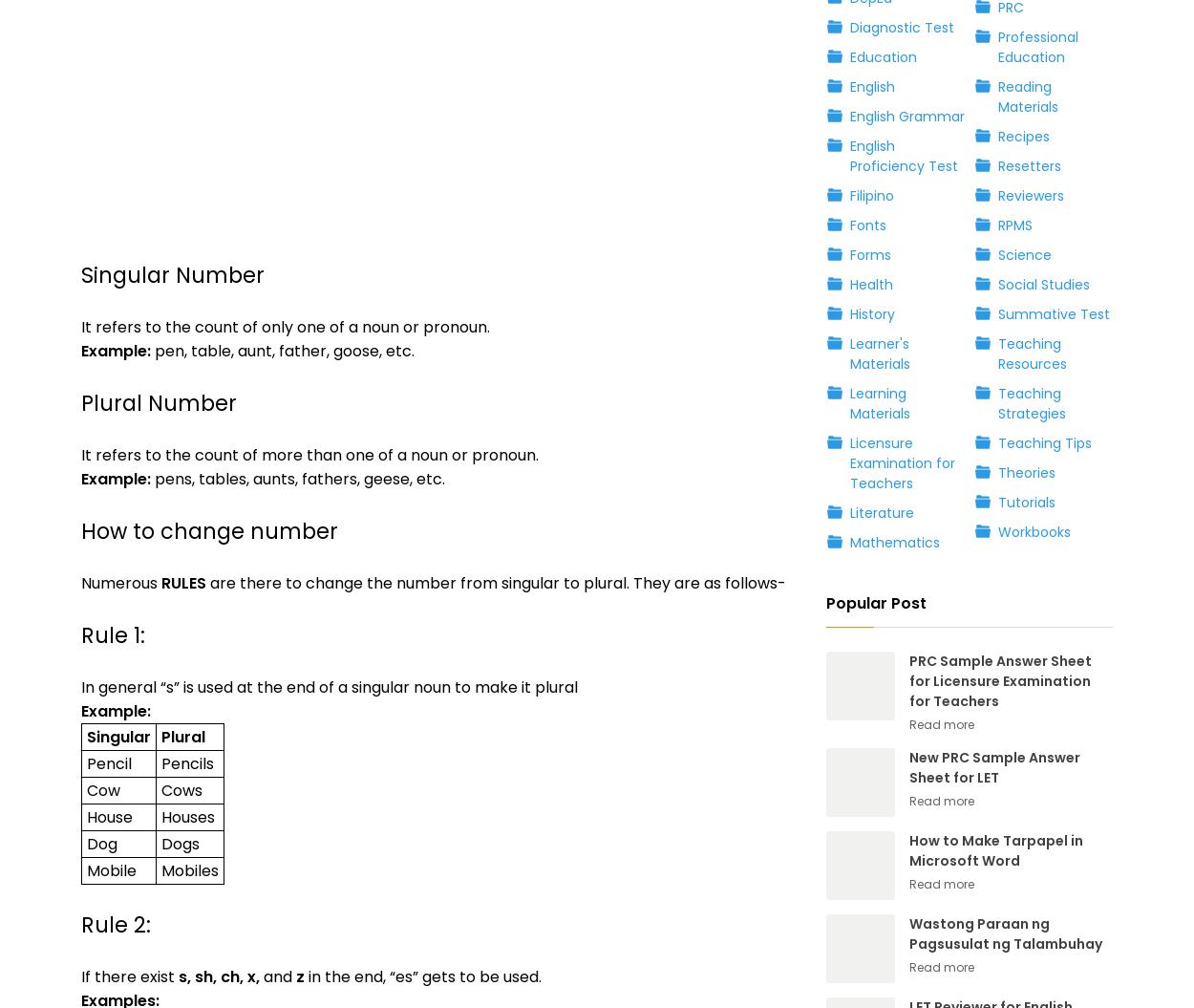  Describe the element at coordinates (153, 317) in the screenshot. I see `'NON-STOP TEACHING'` at that location.